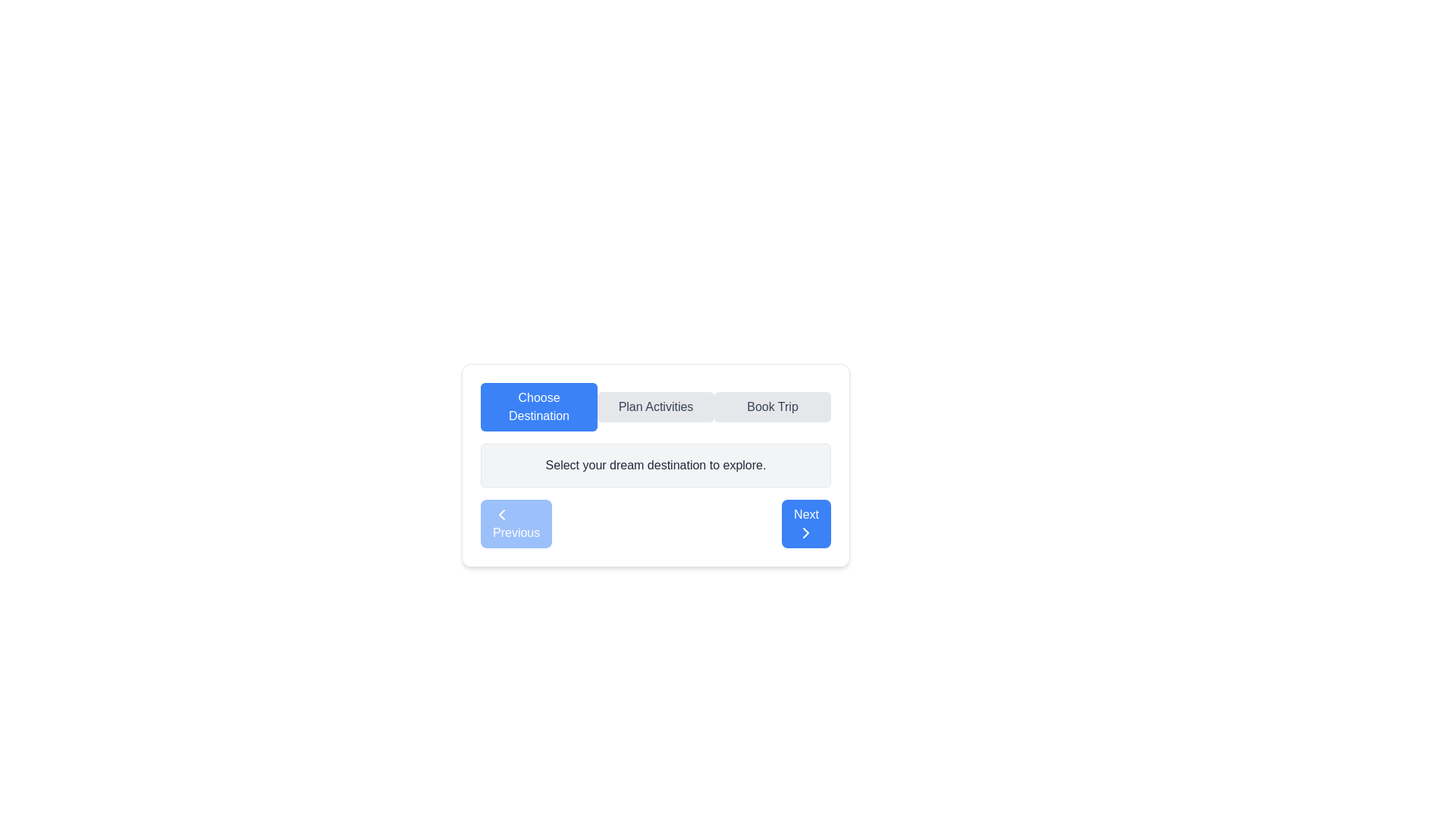  Describe the element at coordinates (655, 406) in the screenshot. I see `the centrally located button group that allows navigation through the trip planning process` at that location.